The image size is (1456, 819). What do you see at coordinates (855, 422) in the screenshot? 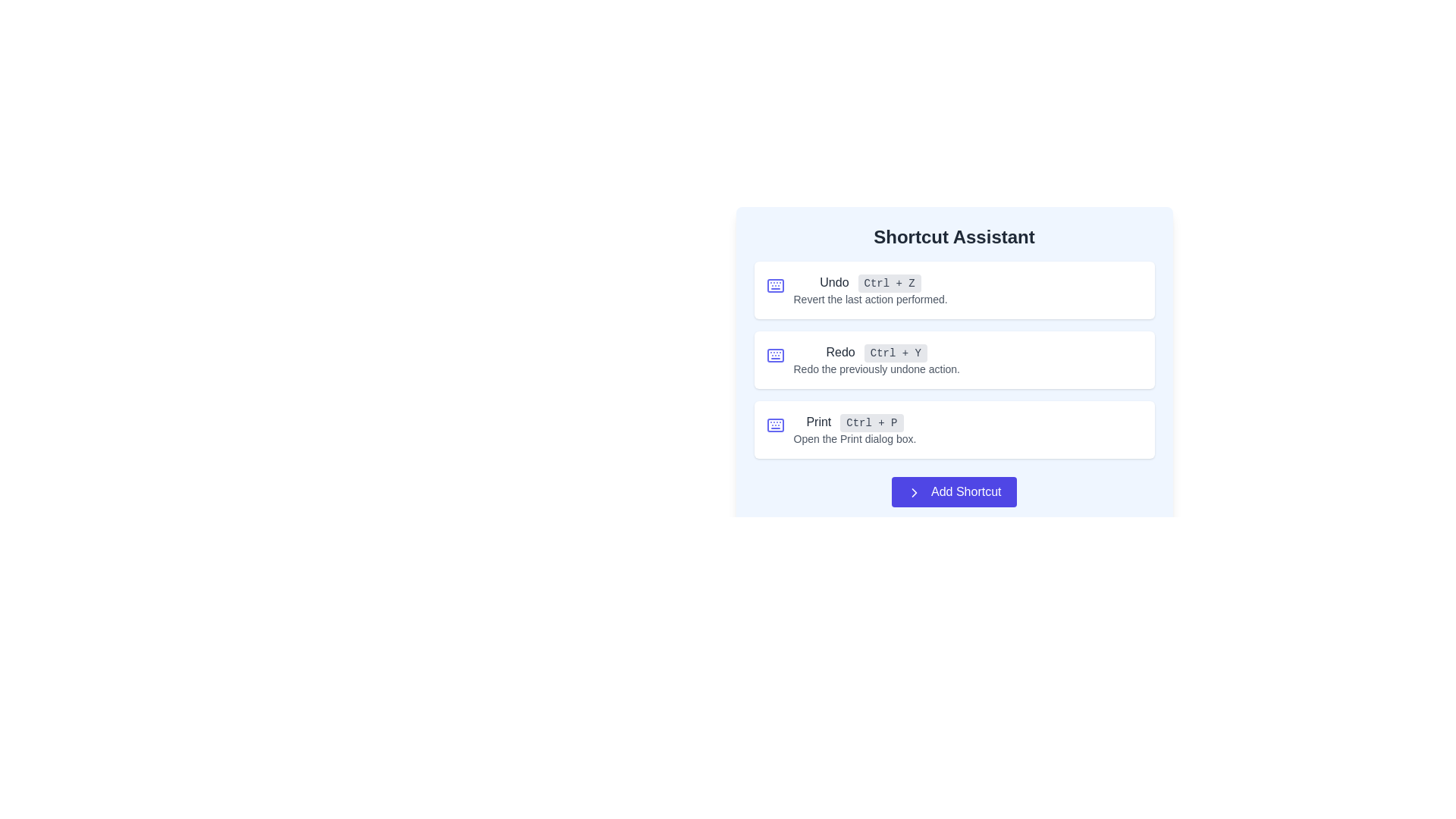
I see `the text label element that informs the user about the 'Print' action and its shortcut, 'Ctrl + P', in the 'Shortcut Assistant' interface` at bounding box center [855, 422].